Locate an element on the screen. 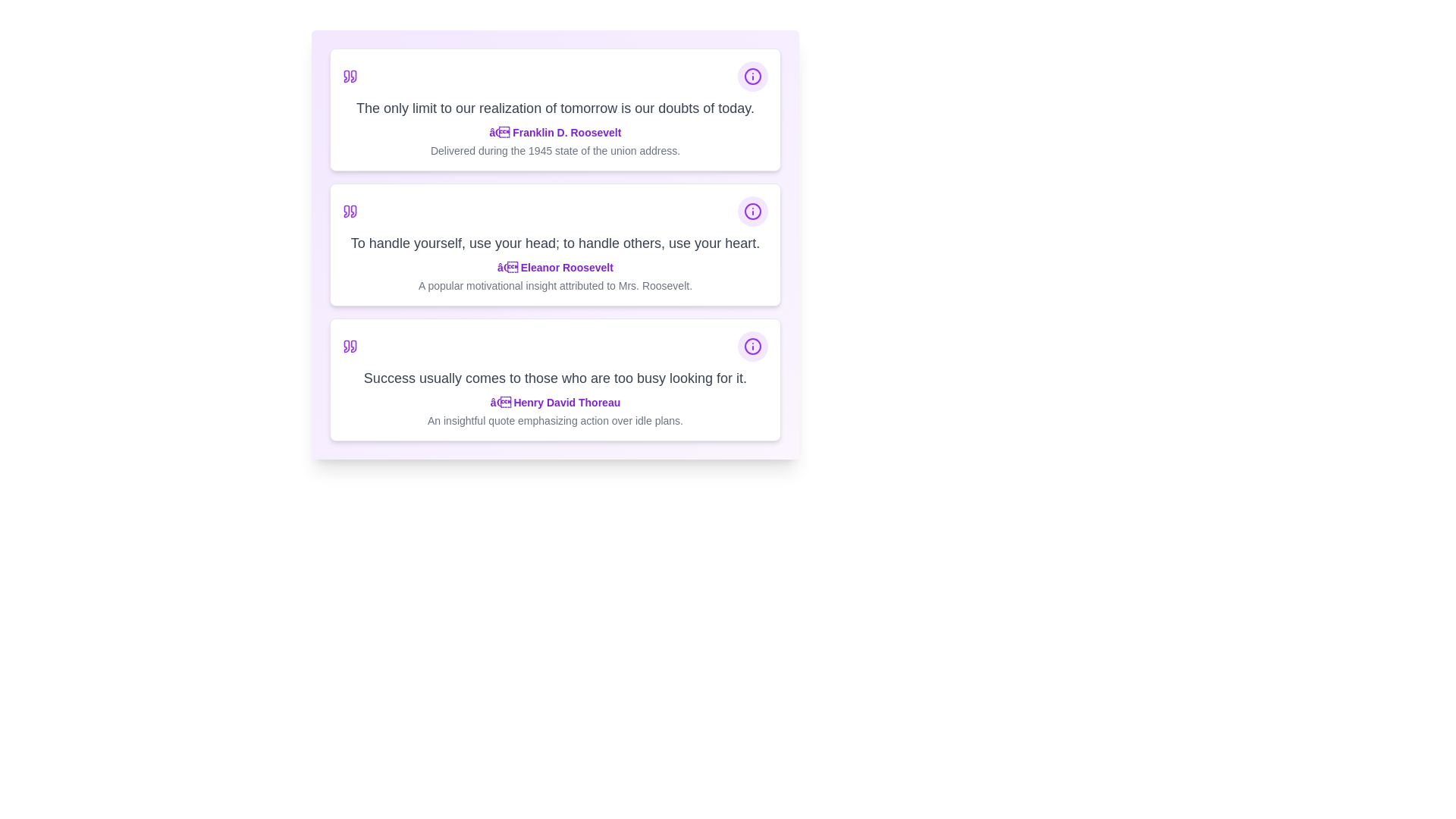 The width and height of the screenshot is (1456, 819). the static text label that identifies Eleanor Roosevelt as the source of the quote in the second card, located below the quote text and above the attribution note is located at coordinates (554, 267).